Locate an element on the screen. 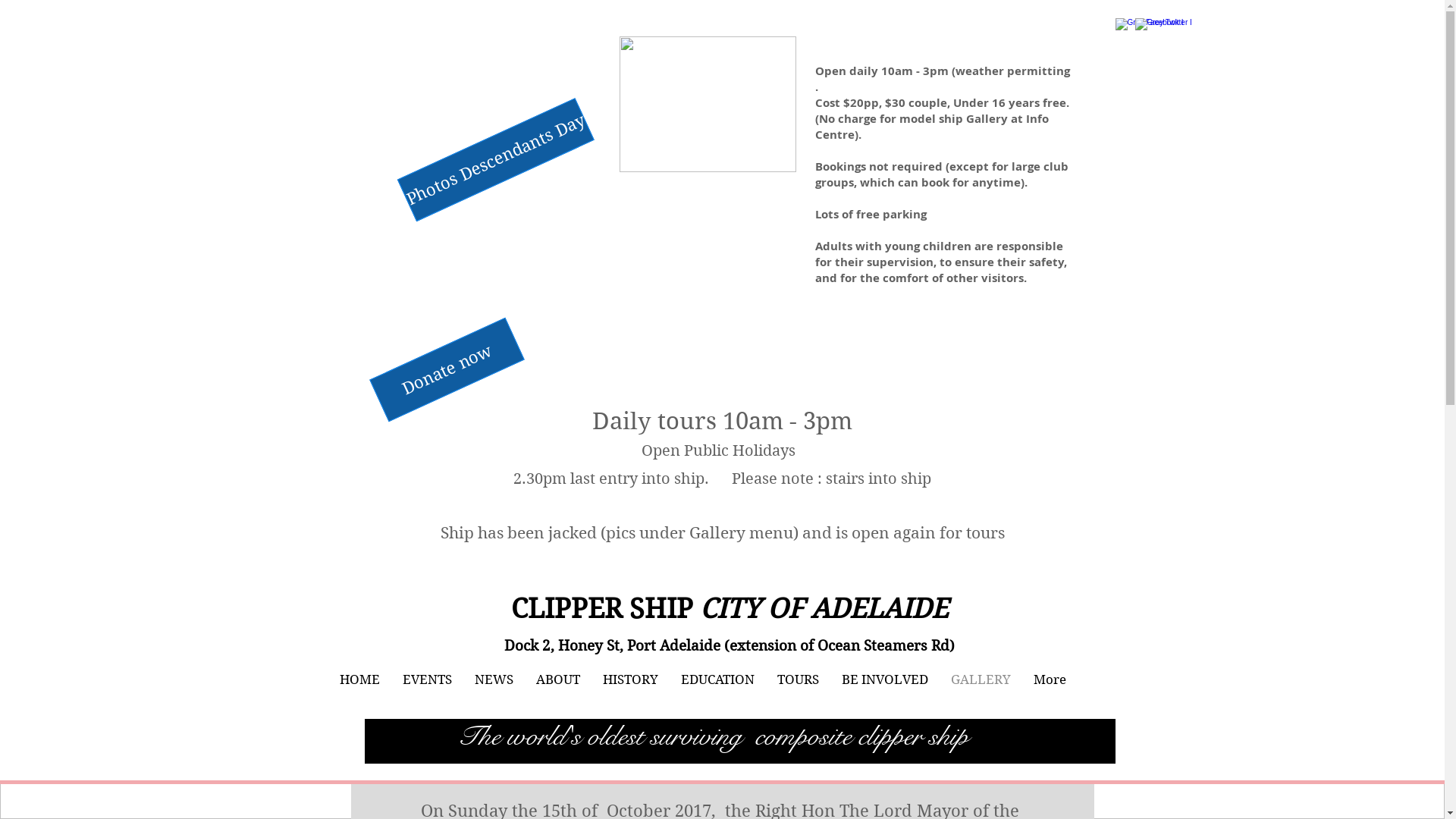 The width and height of the screenshot is (1456, 819). 'CLIPPER SHIP CITY OF ADELAIDE' is located at coordinates (729, 607).